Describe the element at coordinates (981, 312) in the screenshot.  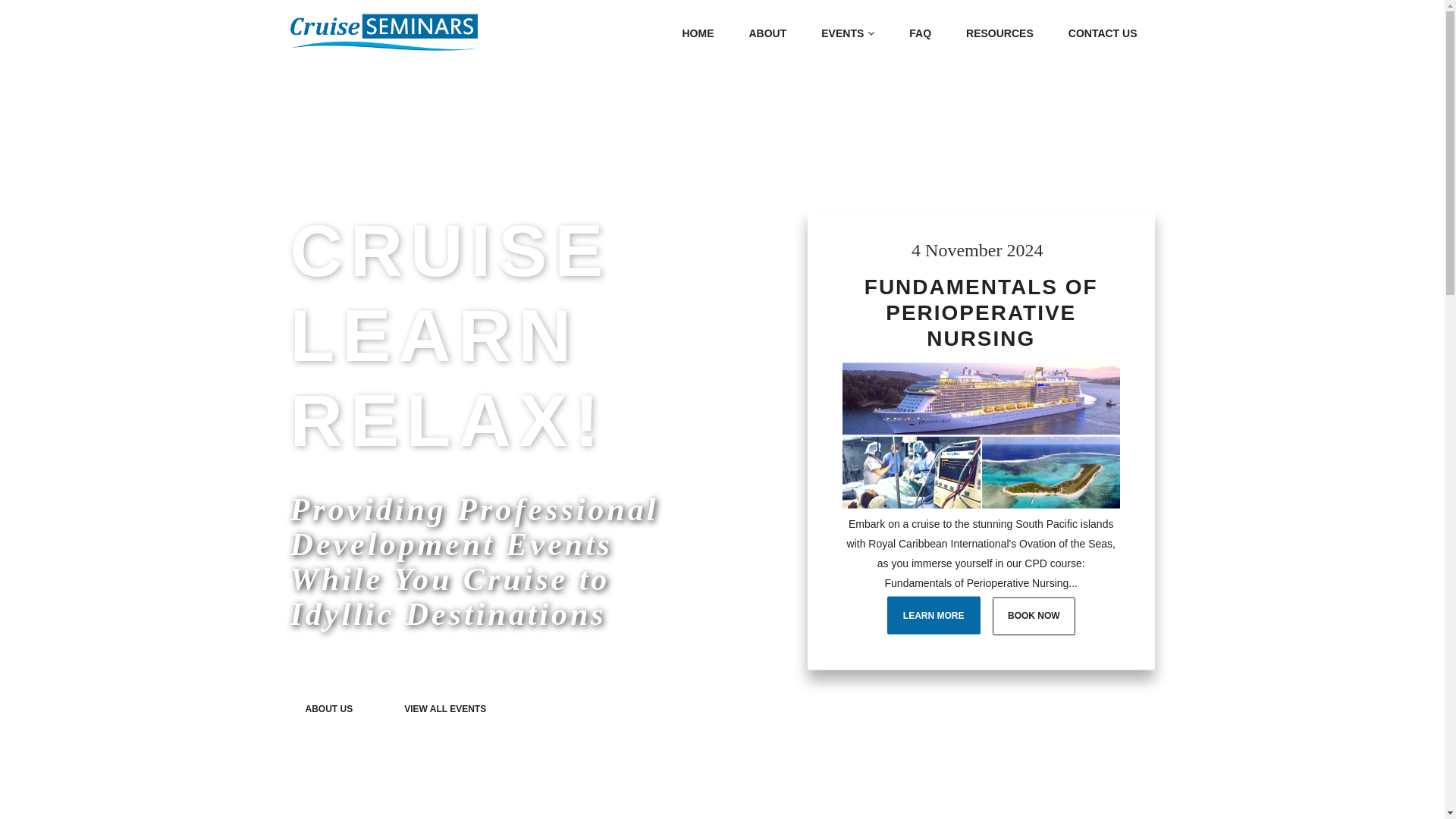
I see `'FUNDAMENTALS OF PERIOPERATIVE NURSING'` at that location.